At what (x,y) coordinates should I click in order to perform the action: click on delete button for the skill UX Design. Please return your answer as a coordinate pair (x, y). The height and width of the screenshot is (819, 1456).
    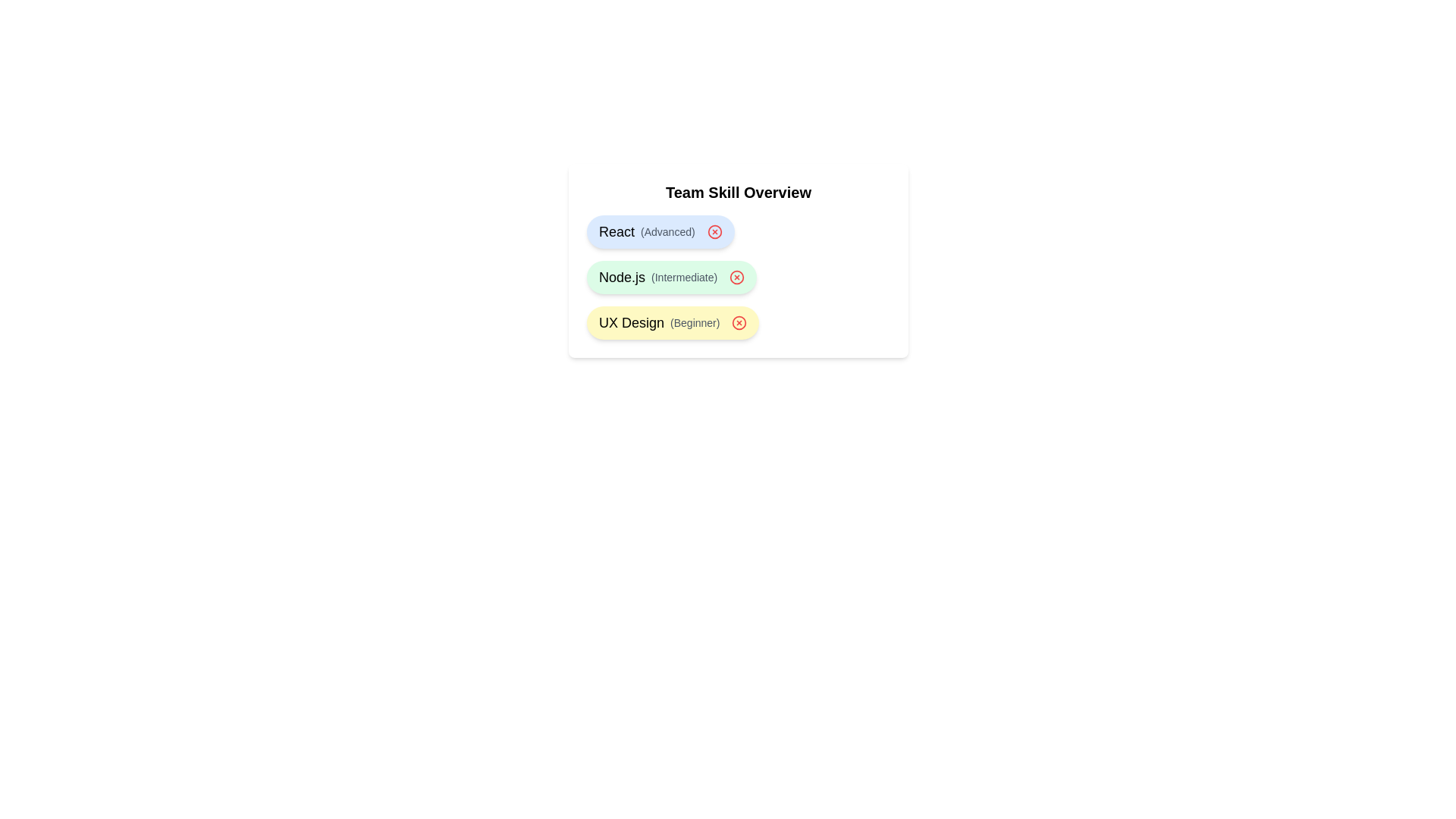
    Looking at the image, I should click on (739, 322).